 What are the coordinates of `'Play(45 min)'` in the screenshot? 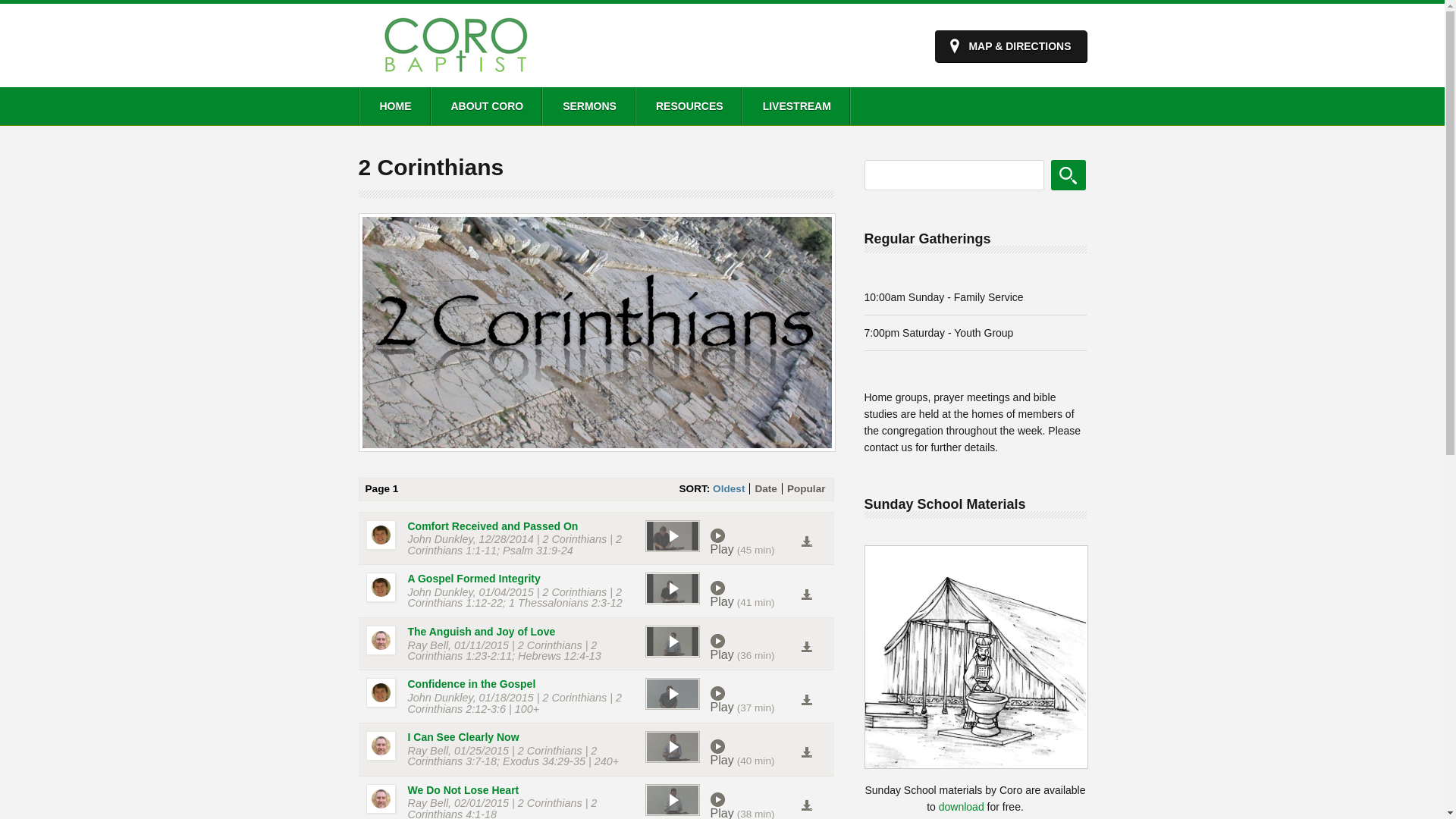 It's located at (709, 541).